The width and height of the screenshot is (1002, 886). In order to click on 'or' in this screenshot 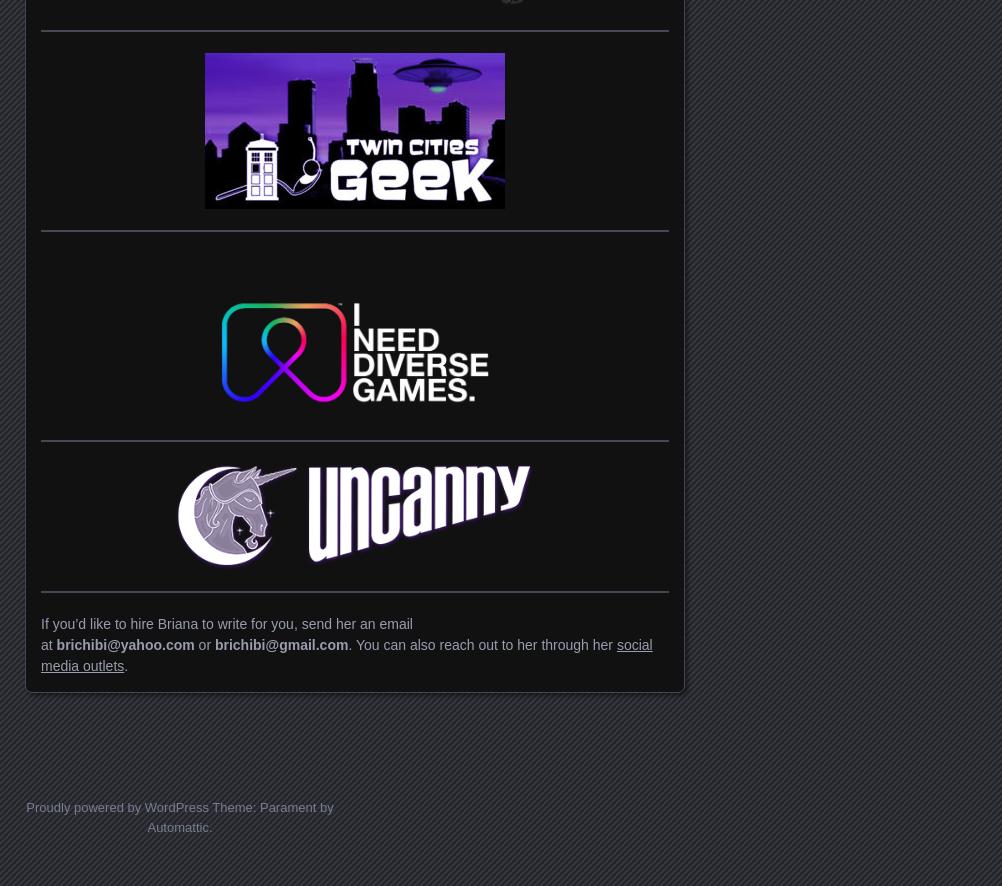, I will do `click(206, 644)`.